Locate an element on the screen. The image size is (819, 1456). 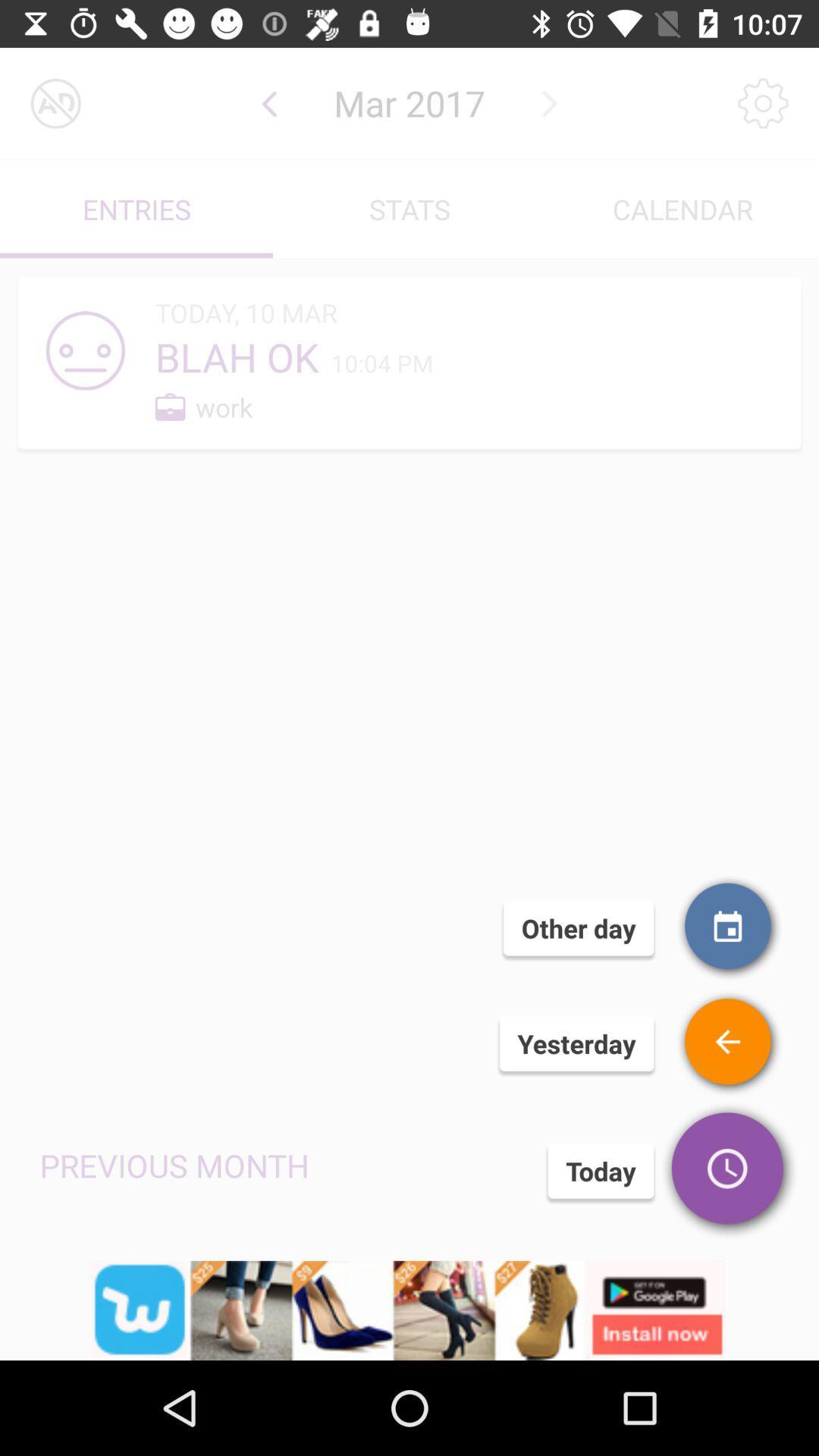
back button is located at coordinates (728, 1043).